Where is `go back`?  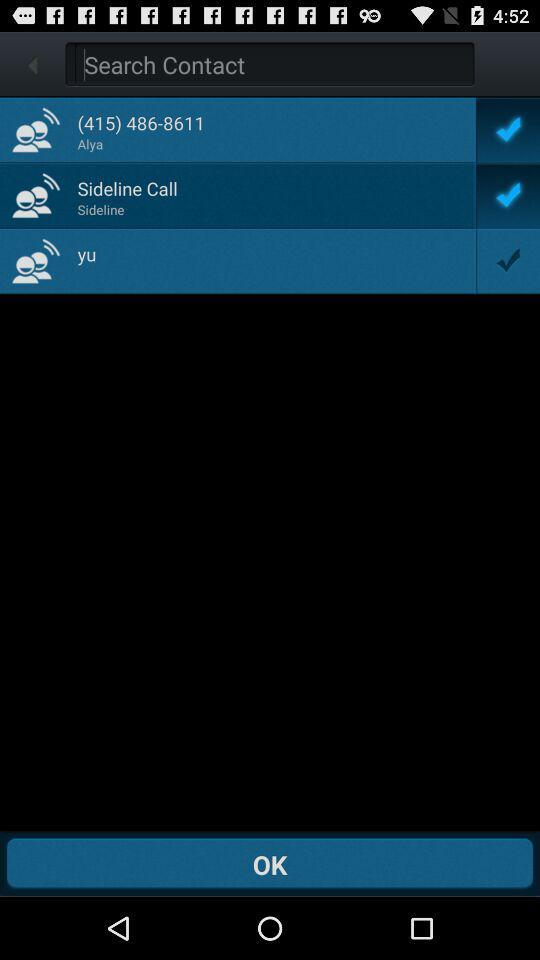 go back is located at coordinates (31, 64).